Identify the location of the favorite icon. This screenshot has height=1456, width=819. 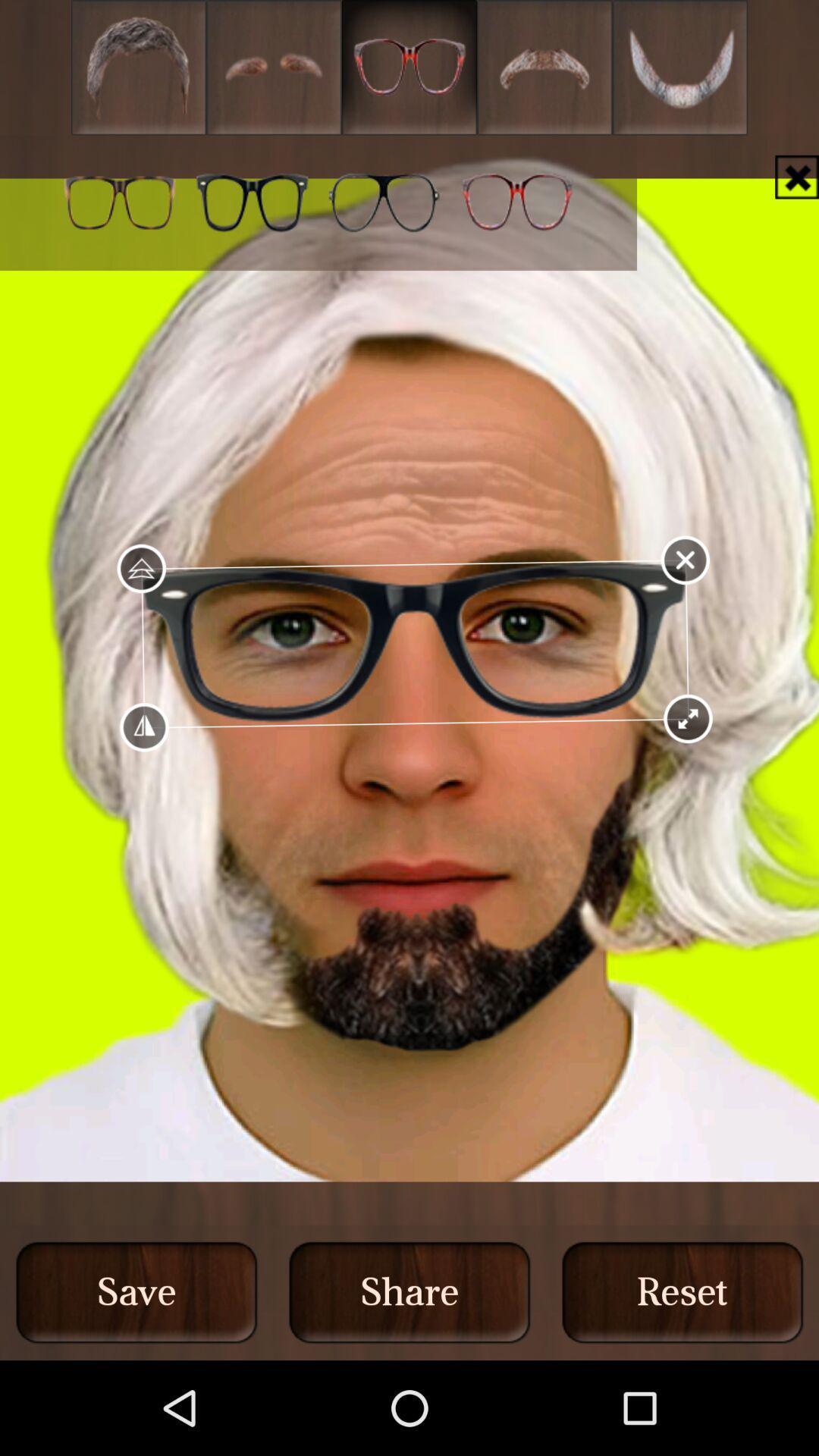
(516, 216).